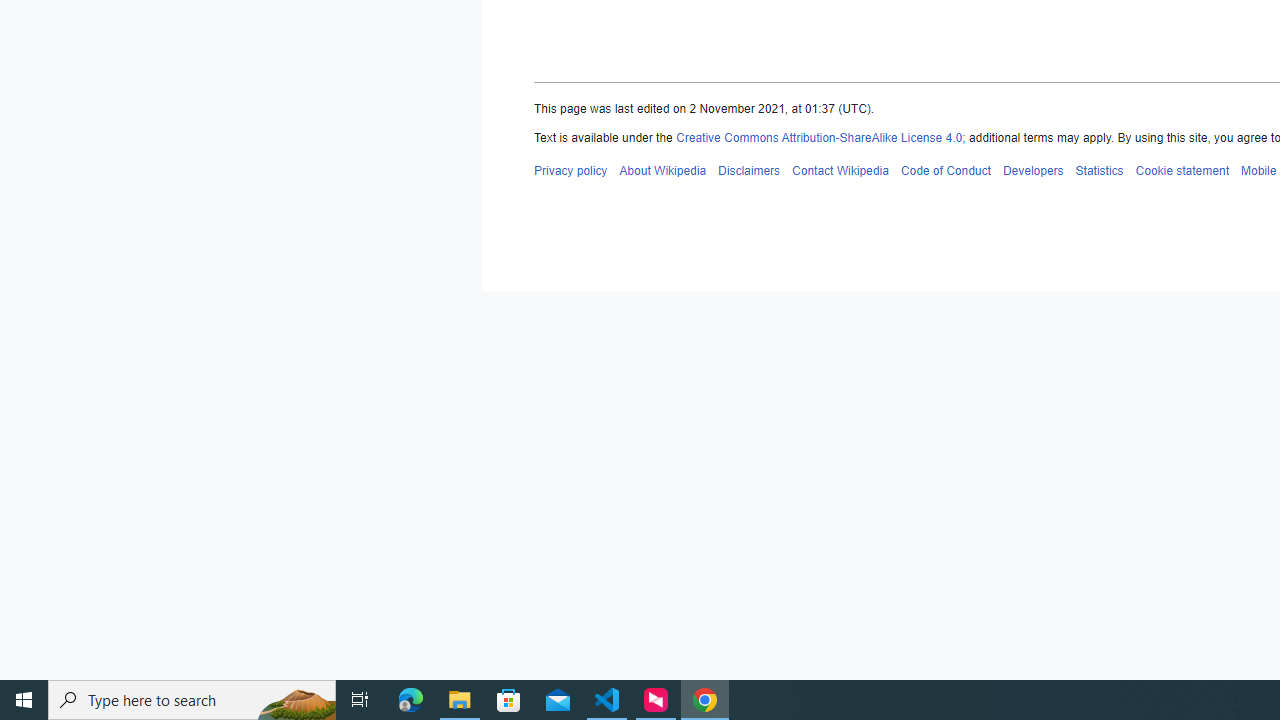  Describe the element at coordinates (1182, 169) in the screenshot. I see `'Cookie statement'` at that location.